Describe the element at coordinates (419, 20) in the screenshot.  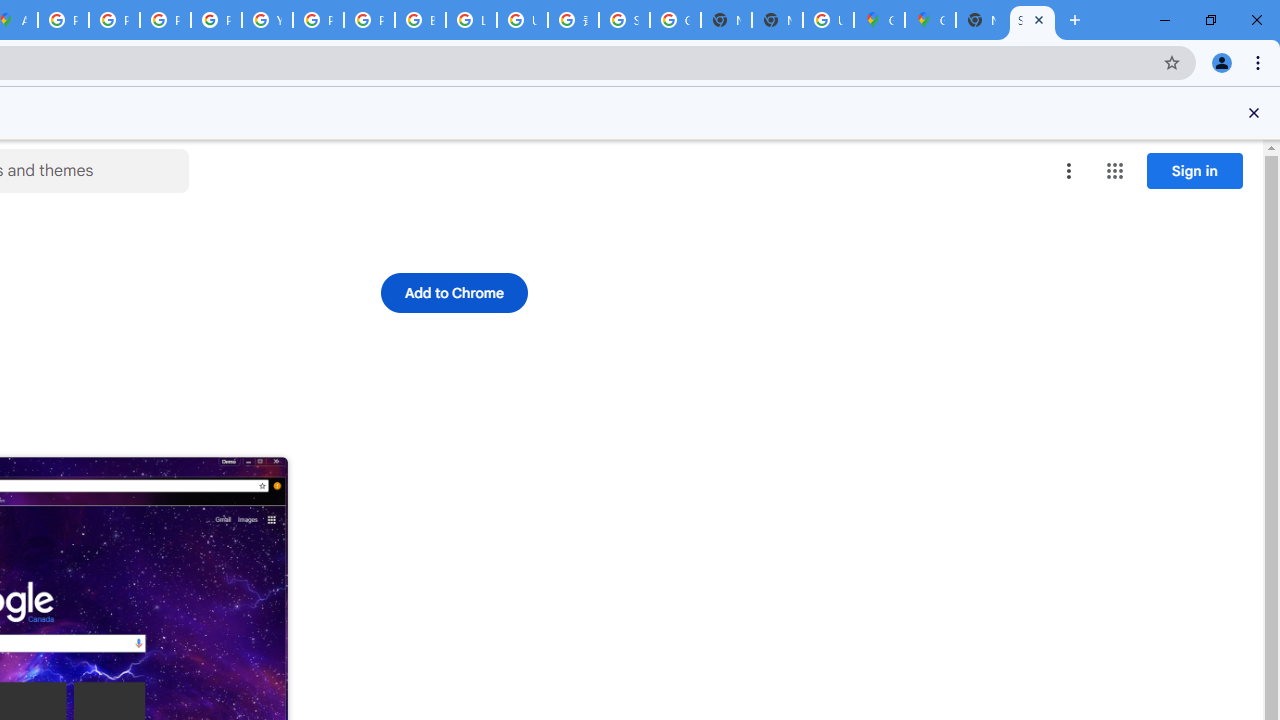
I see `'Browse Chrome as a guest - Computer - Google Chrome Help'` at that location.